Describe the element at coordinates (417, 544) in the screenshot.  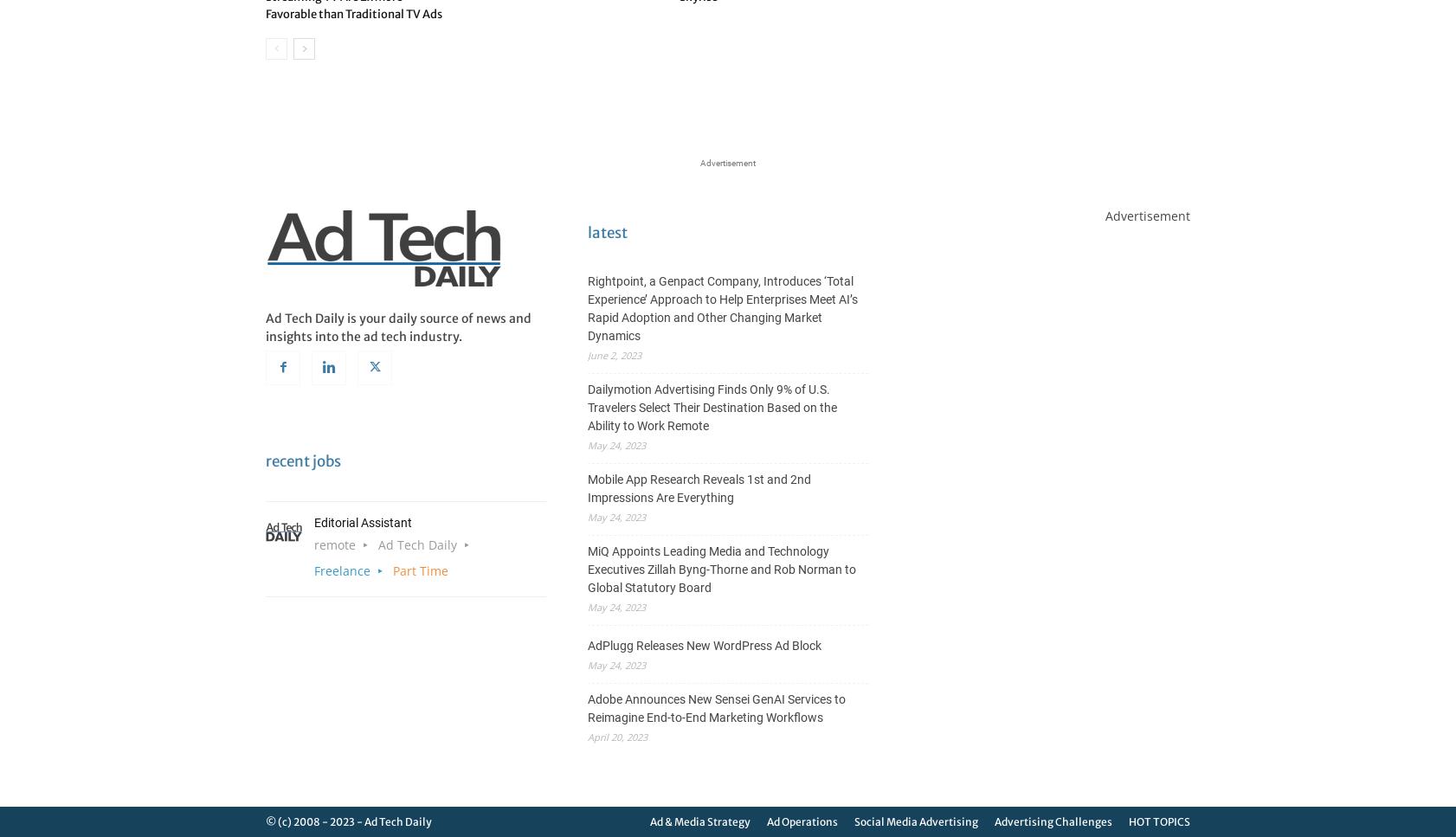
I see `'Ad Tech Daily'` at that location.